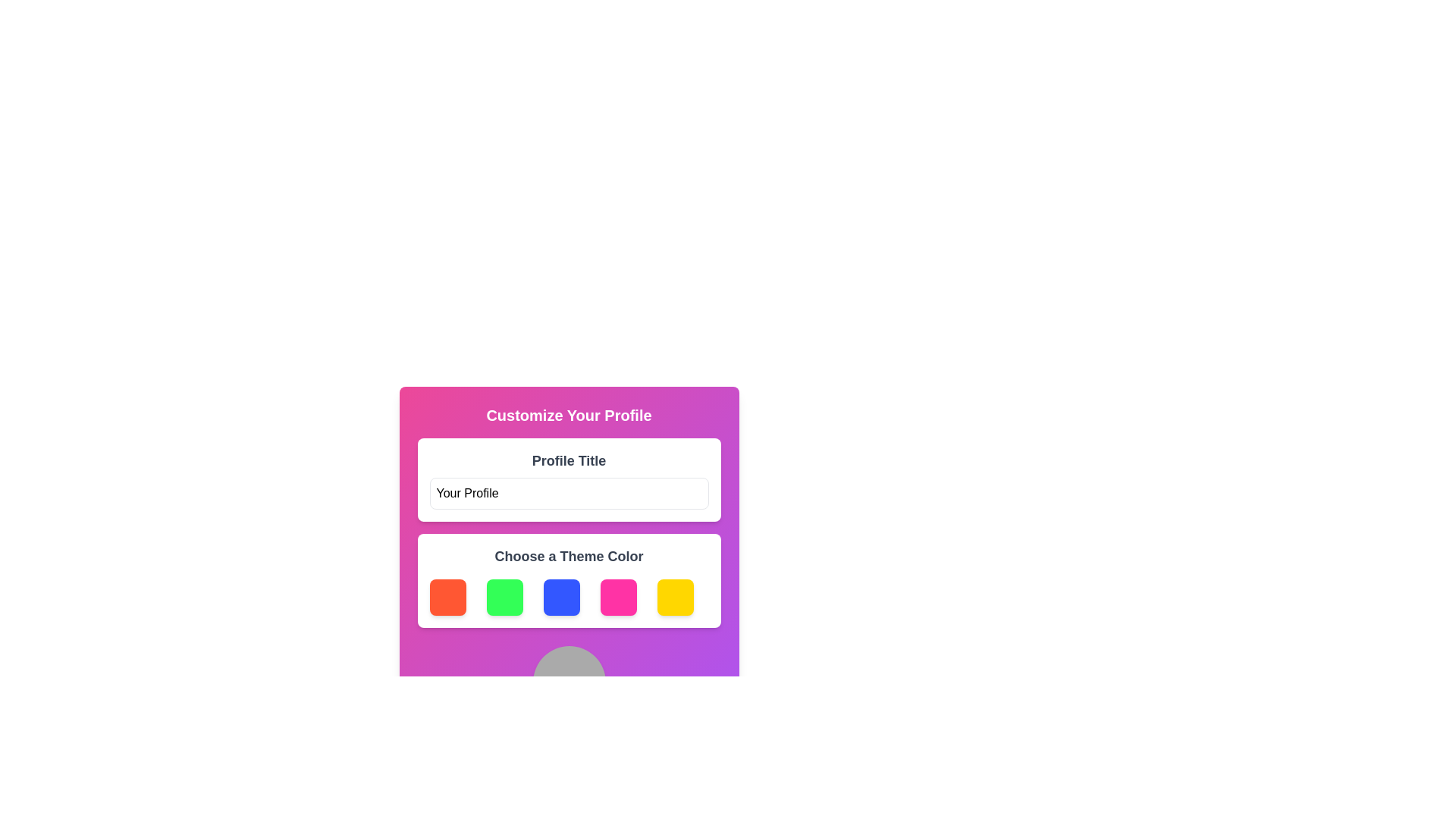 Image resolution: width=1456 pixels, height=819 pixels. I want to click on the second button from the left in a row of five square buttons, located beneath the title 'Choose a Theme Color', to trigger any hover effects, so click(504, 596).